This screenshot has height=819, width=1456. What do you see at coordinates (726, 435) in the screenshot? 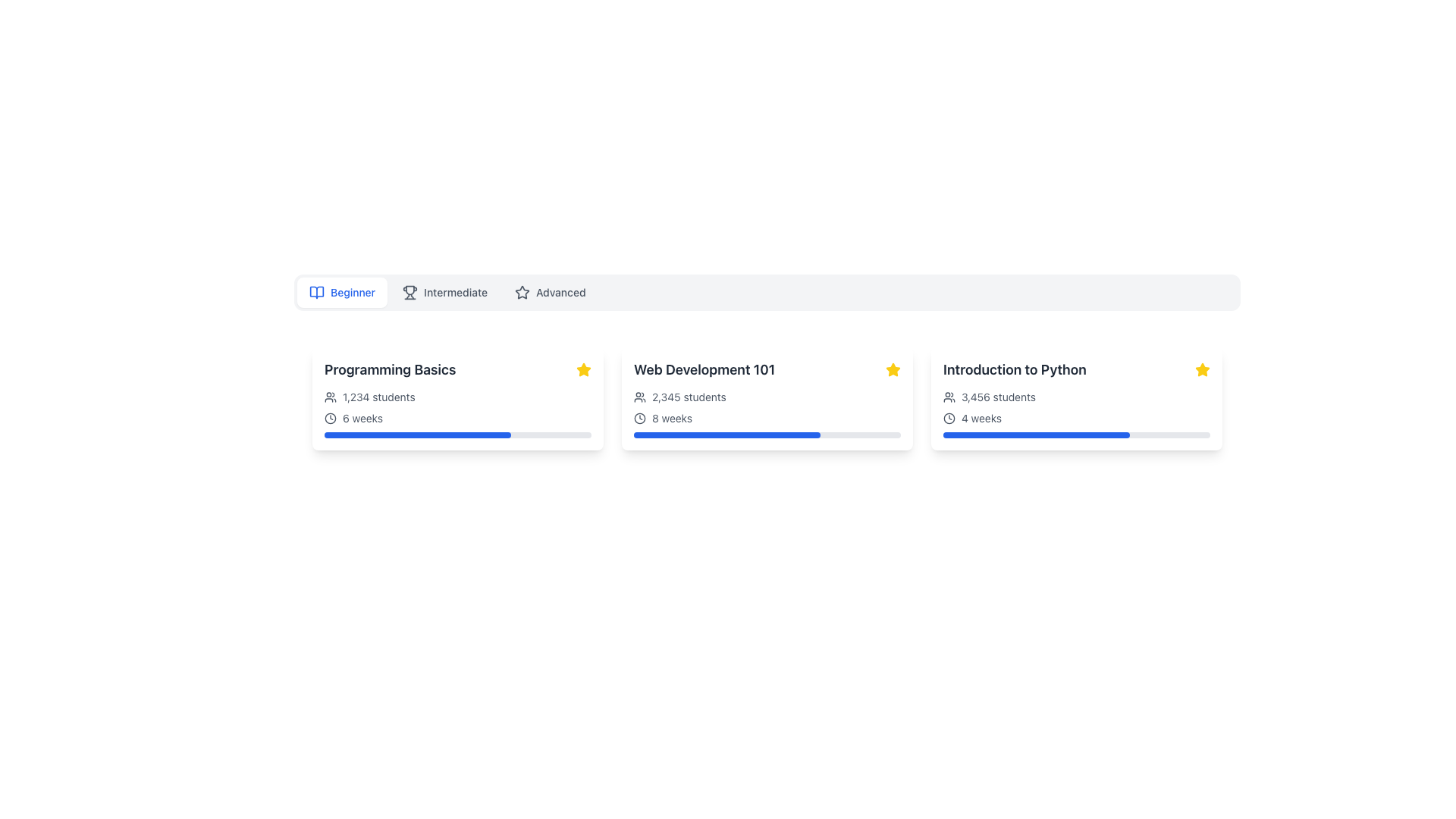
I see `the partially filled blue progress bar located at the bottom of the 'Web Development 101' card, which is centered horizontally and has rounded ends` at bounding box center [726, 435].